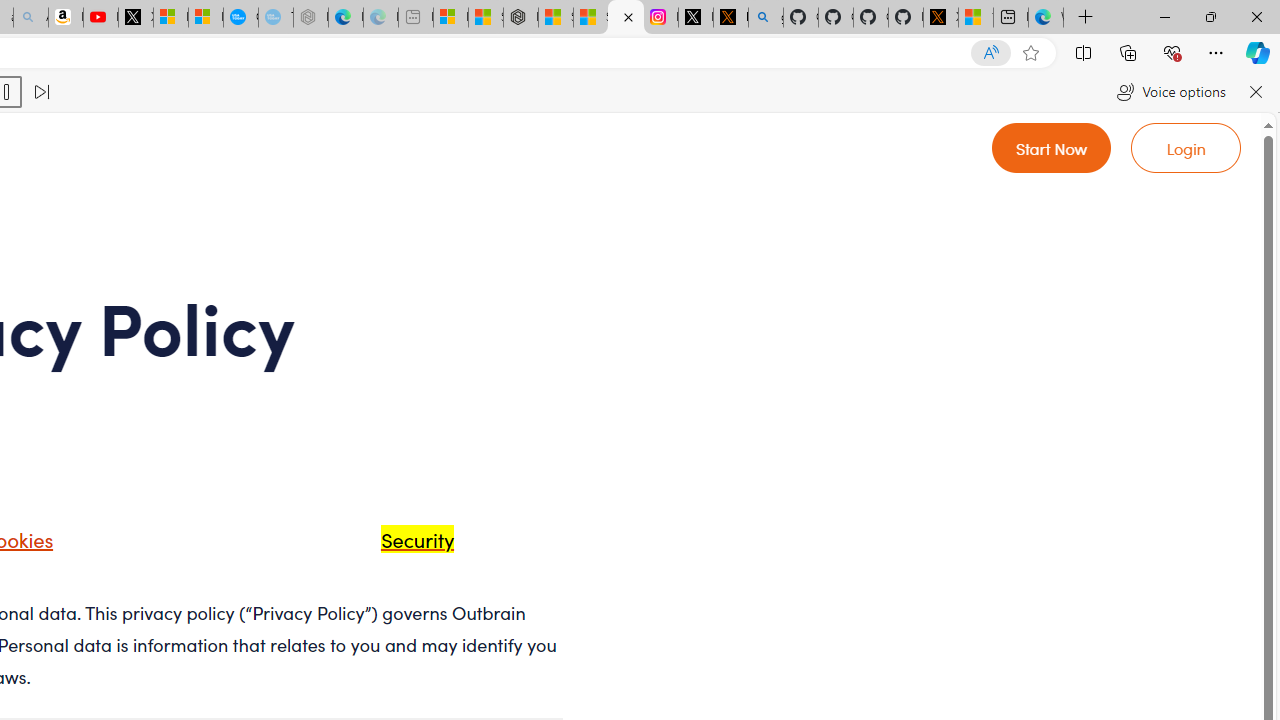 This screenshot has width=1280, height=720. I want to click on 'github - Search', so click(765, 17).